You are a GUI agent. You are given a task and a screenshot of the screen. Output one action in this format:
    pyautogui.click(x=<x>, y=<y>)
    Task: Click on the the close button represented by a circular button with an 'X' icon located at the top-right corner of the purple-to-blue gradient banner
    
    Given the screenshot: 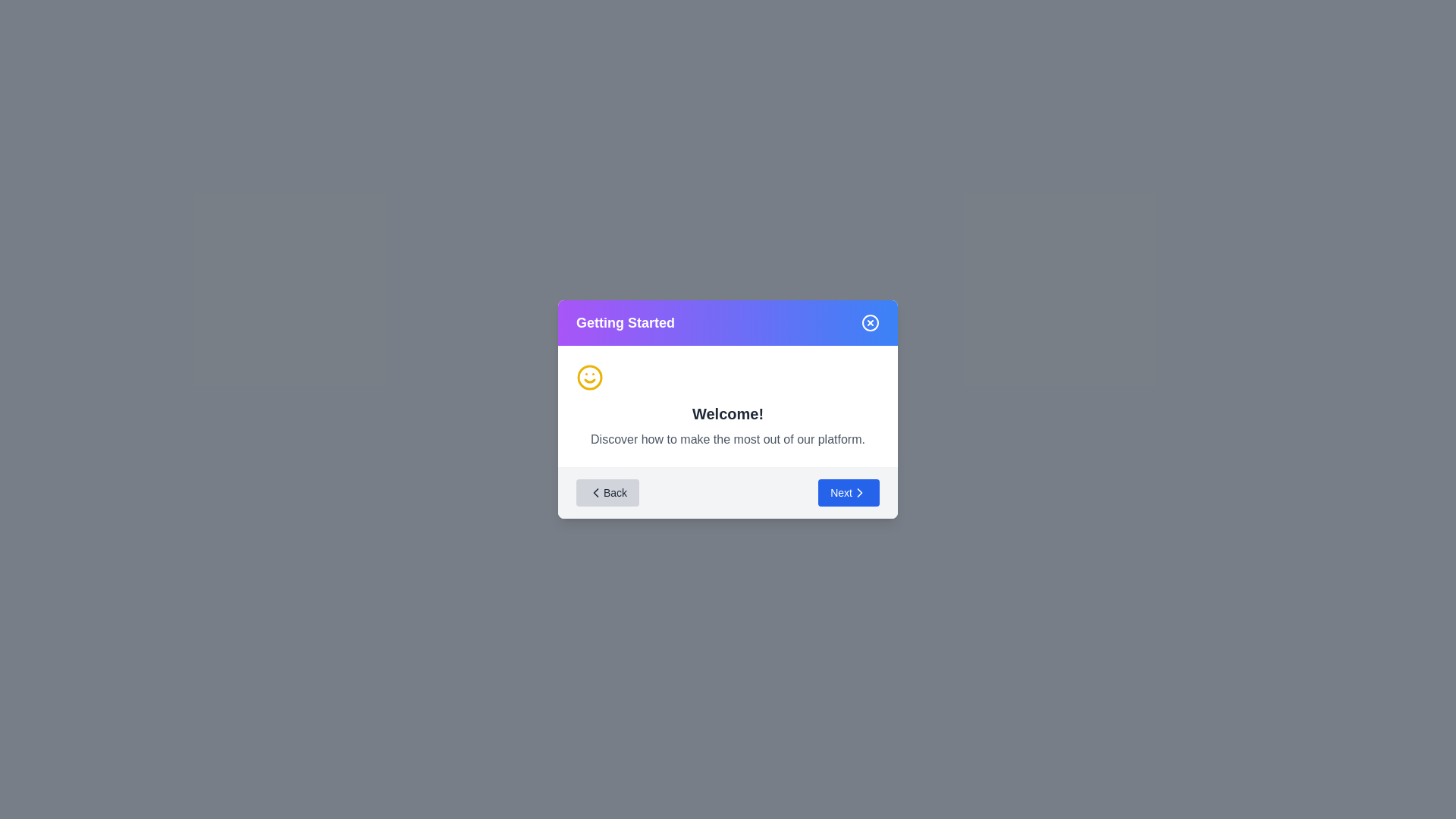 What is the action you would take?
    pyautogui.click(x=870, y=322)
    